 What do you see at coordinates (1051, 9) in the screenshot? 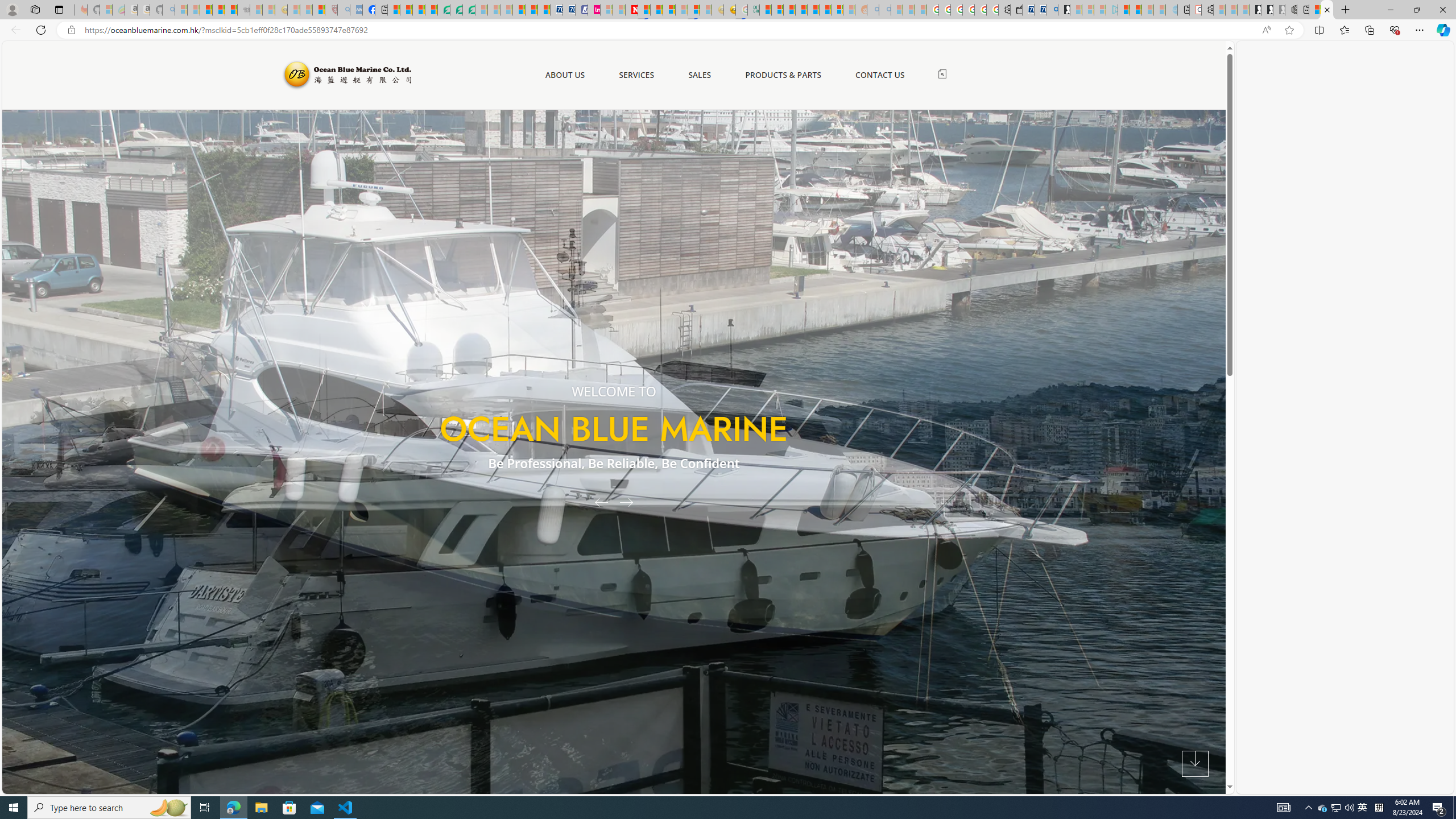
I see `'Bing Real Estate - Home sales and rental listings'` at bounding box center [1051, 9].